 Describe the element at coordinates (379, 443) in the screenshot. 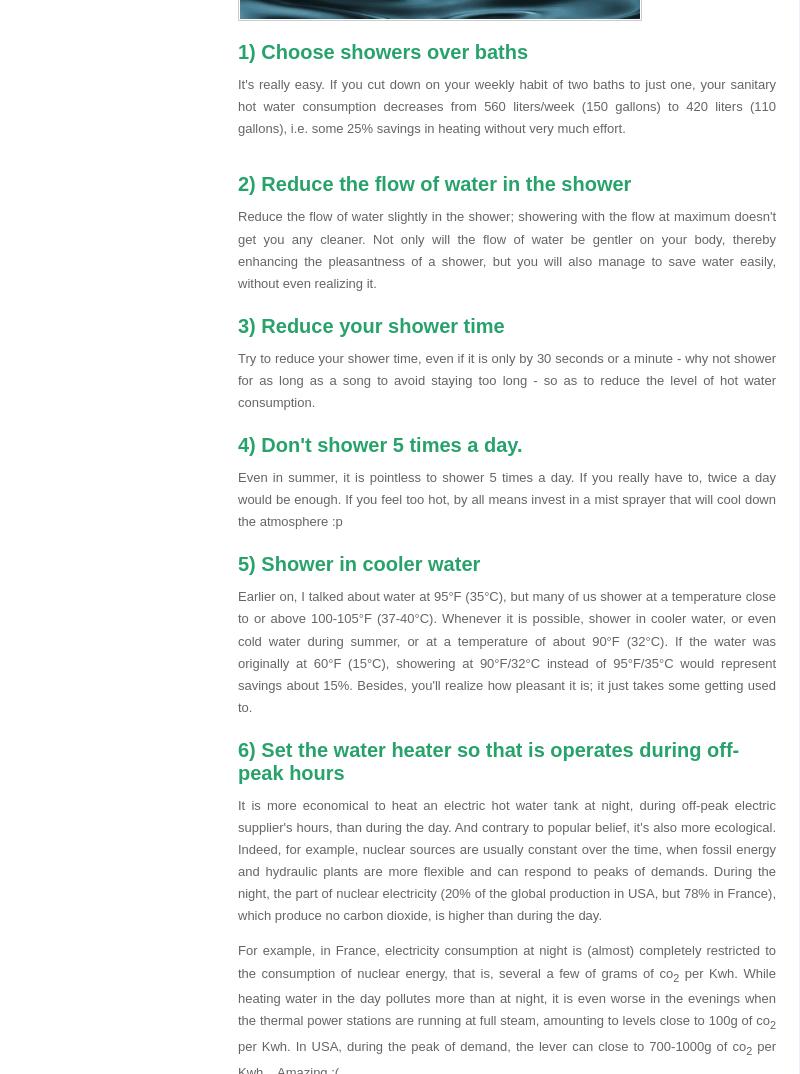

I see `'4) Don't shower 5 times a day.'` at that location.